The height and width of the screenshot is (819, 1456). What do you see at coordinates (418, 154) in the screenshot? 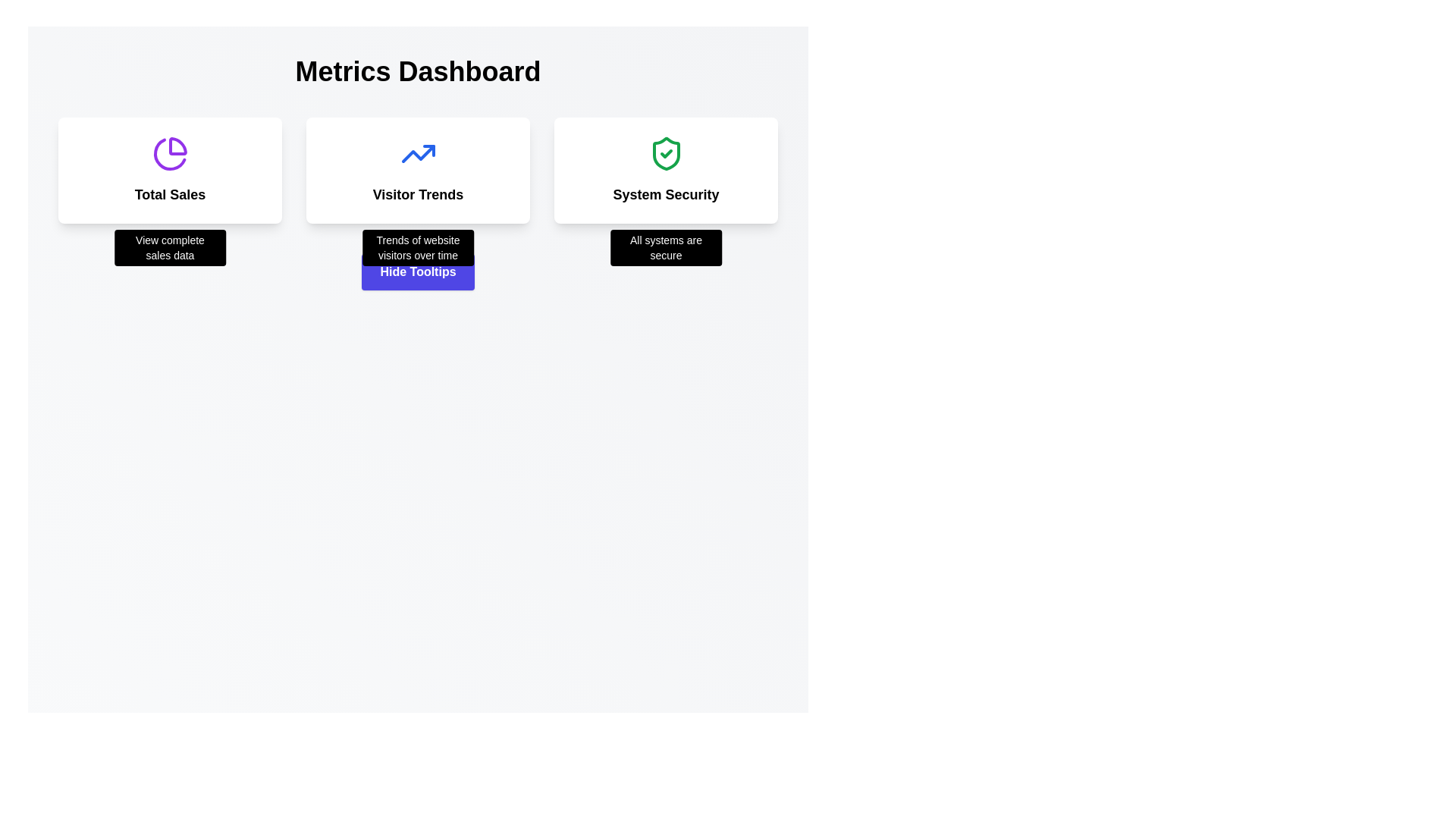
I see `the blue upward-trending zigzag-shaped icon located above the 'Visitor Trends' text in the 'Metrics Dashboard' interface` at bounding box center [418, 154].